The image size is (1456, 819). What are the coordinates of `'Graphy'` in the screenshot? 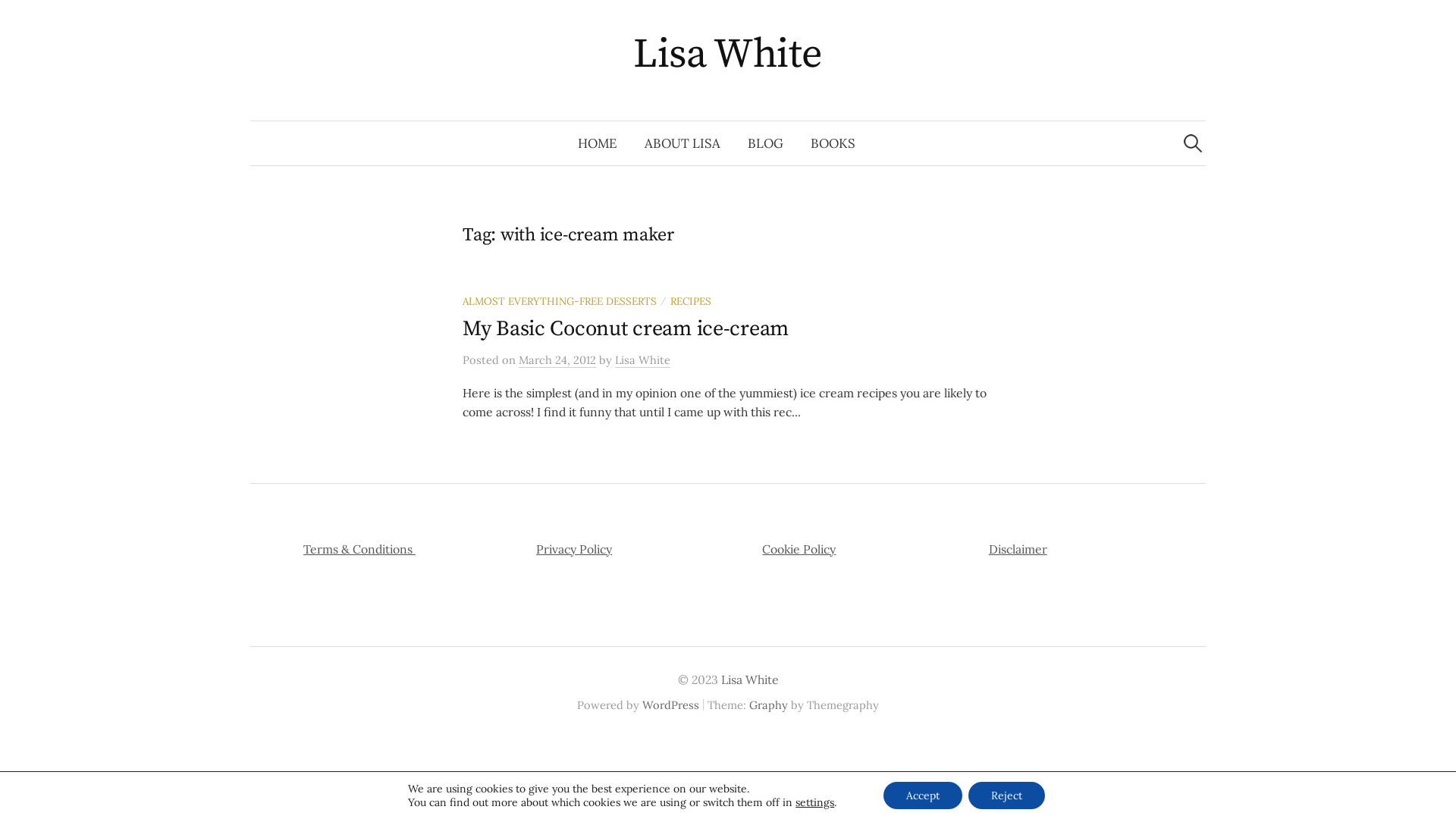 It's located at (768, 704).